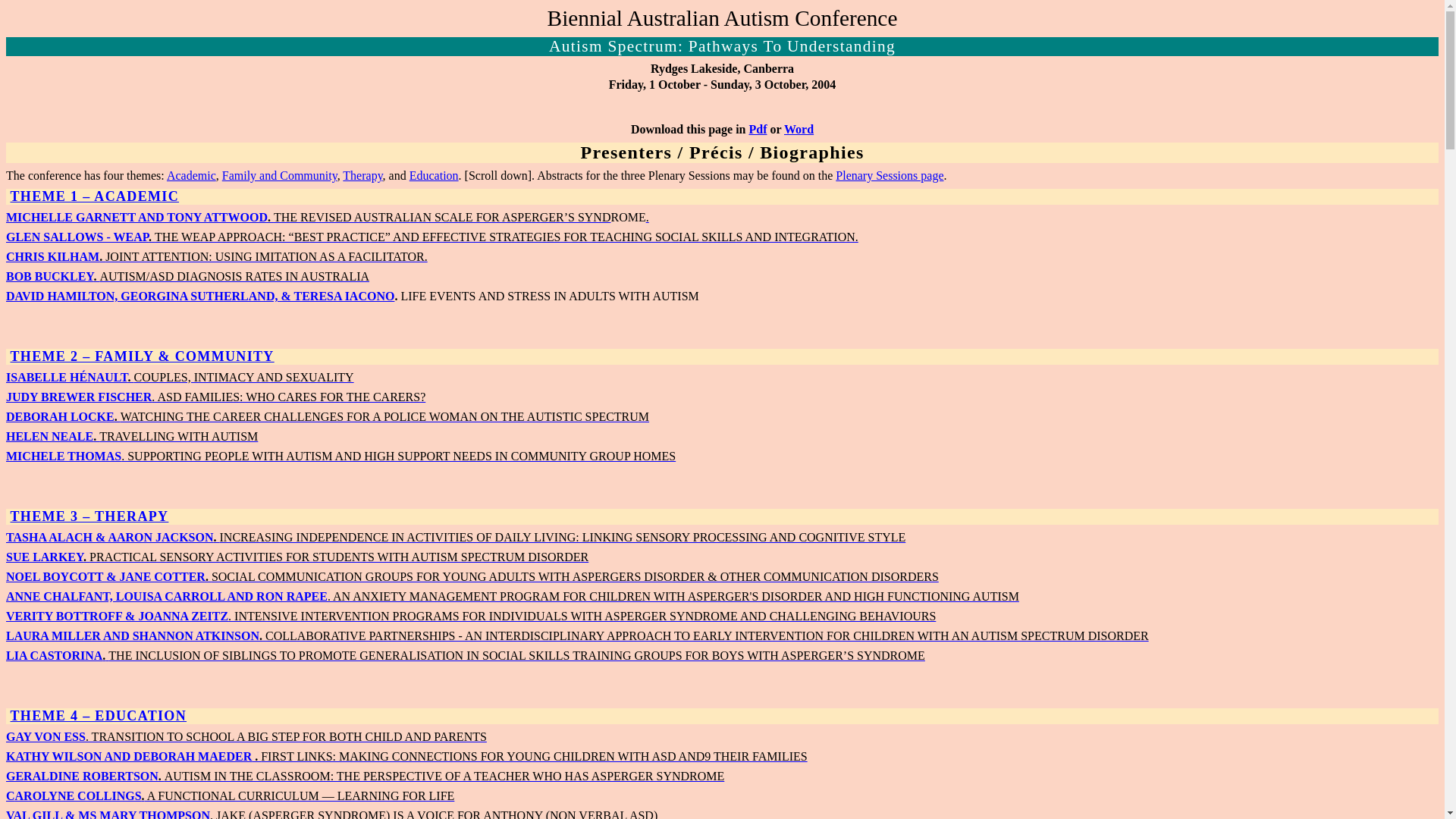 The width and height of the screenshot is (1456, 819). I want to click on 'Plenary Sessions page', so click(889, 174).